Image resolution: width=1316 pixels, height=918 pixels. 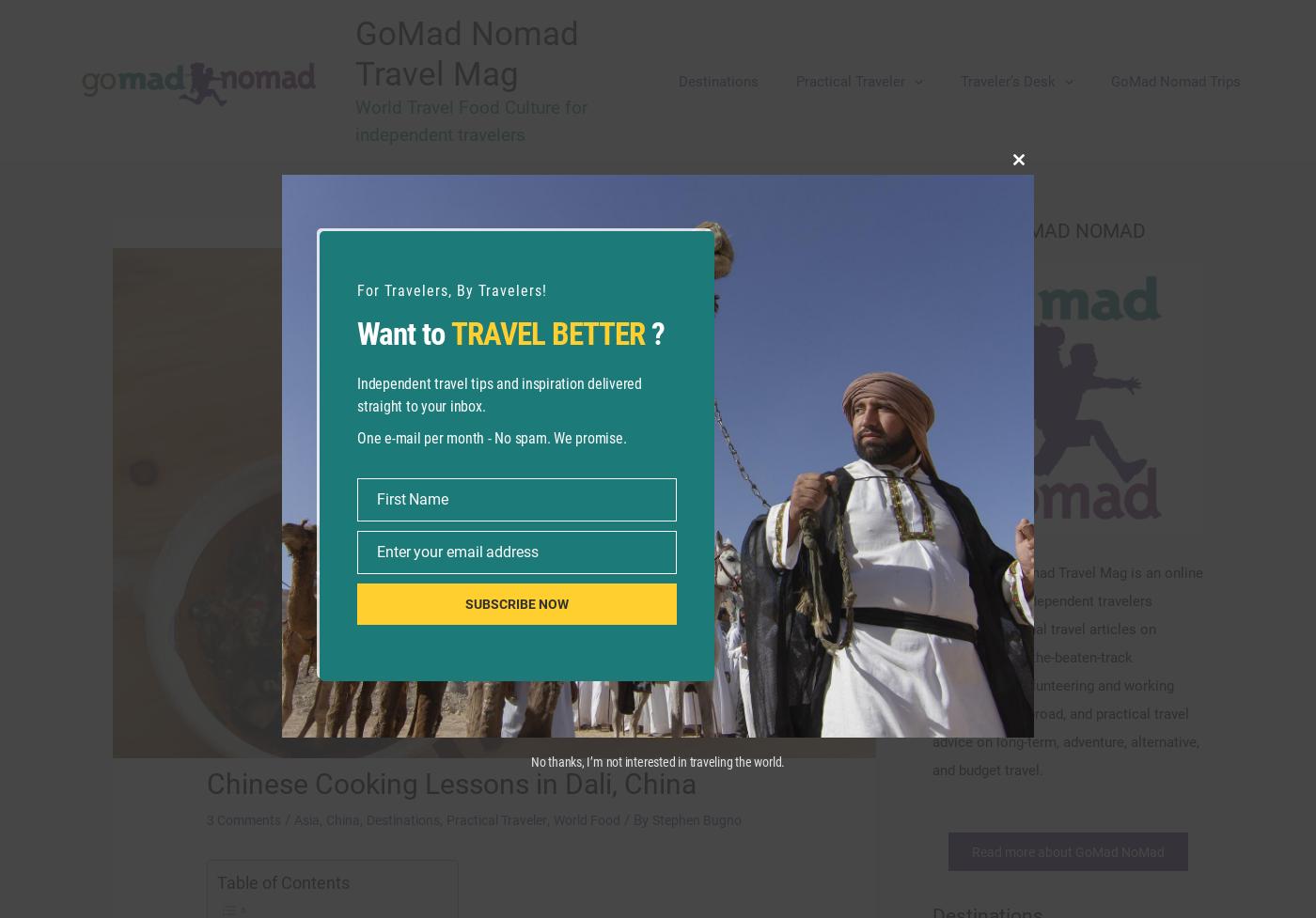 I want to click on 'Stephen Bugno', so click(x=730, y=819).